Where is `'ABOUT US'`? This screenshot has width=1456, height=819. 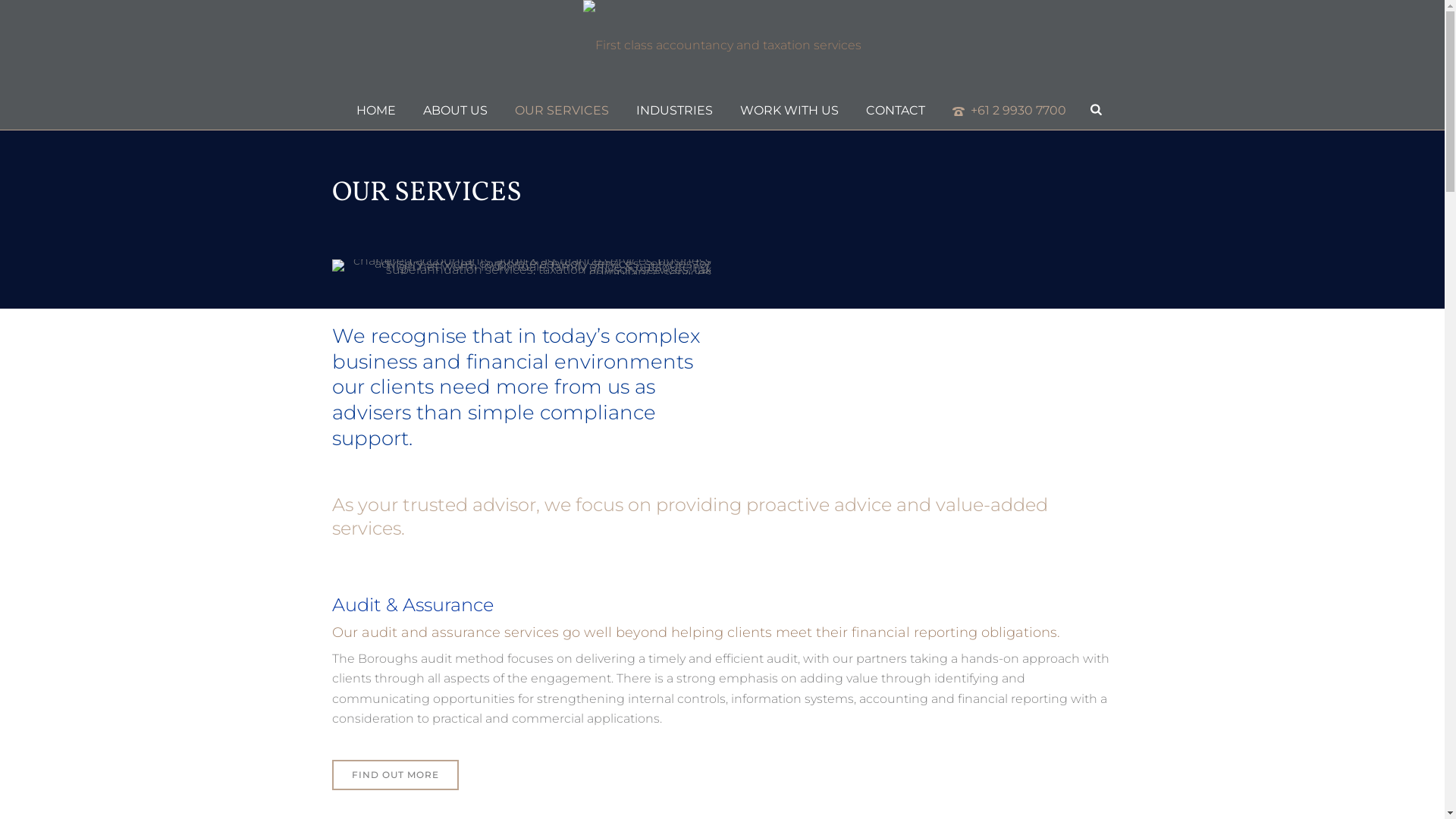 'ABOUT US' is located at coordinates (454, 109).